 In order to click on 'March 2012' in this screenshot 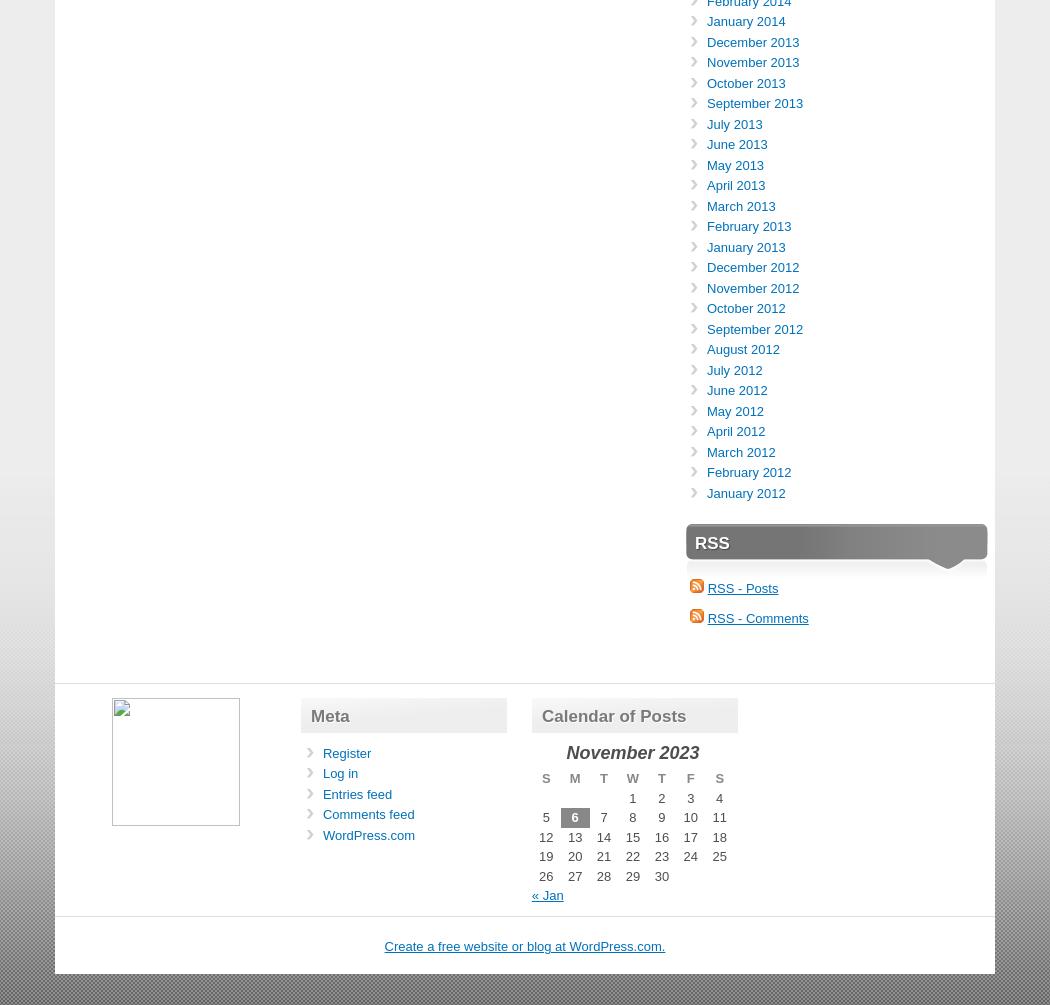, I will do `click(739, 451)`.